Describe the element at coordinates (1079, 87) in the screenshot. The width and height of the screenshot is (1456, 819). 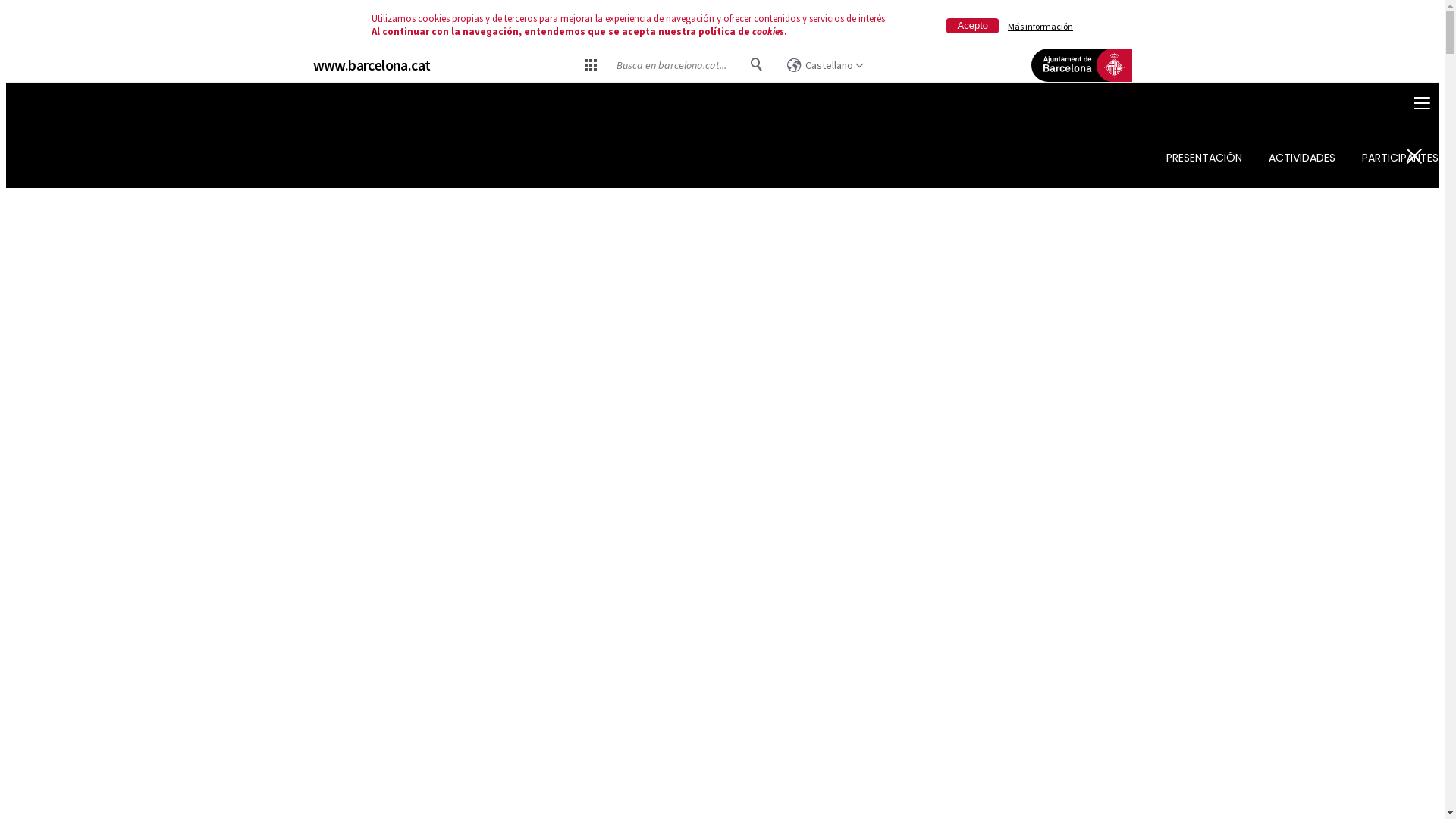
I see `'Abrir en una ventana nueva'` at that location.